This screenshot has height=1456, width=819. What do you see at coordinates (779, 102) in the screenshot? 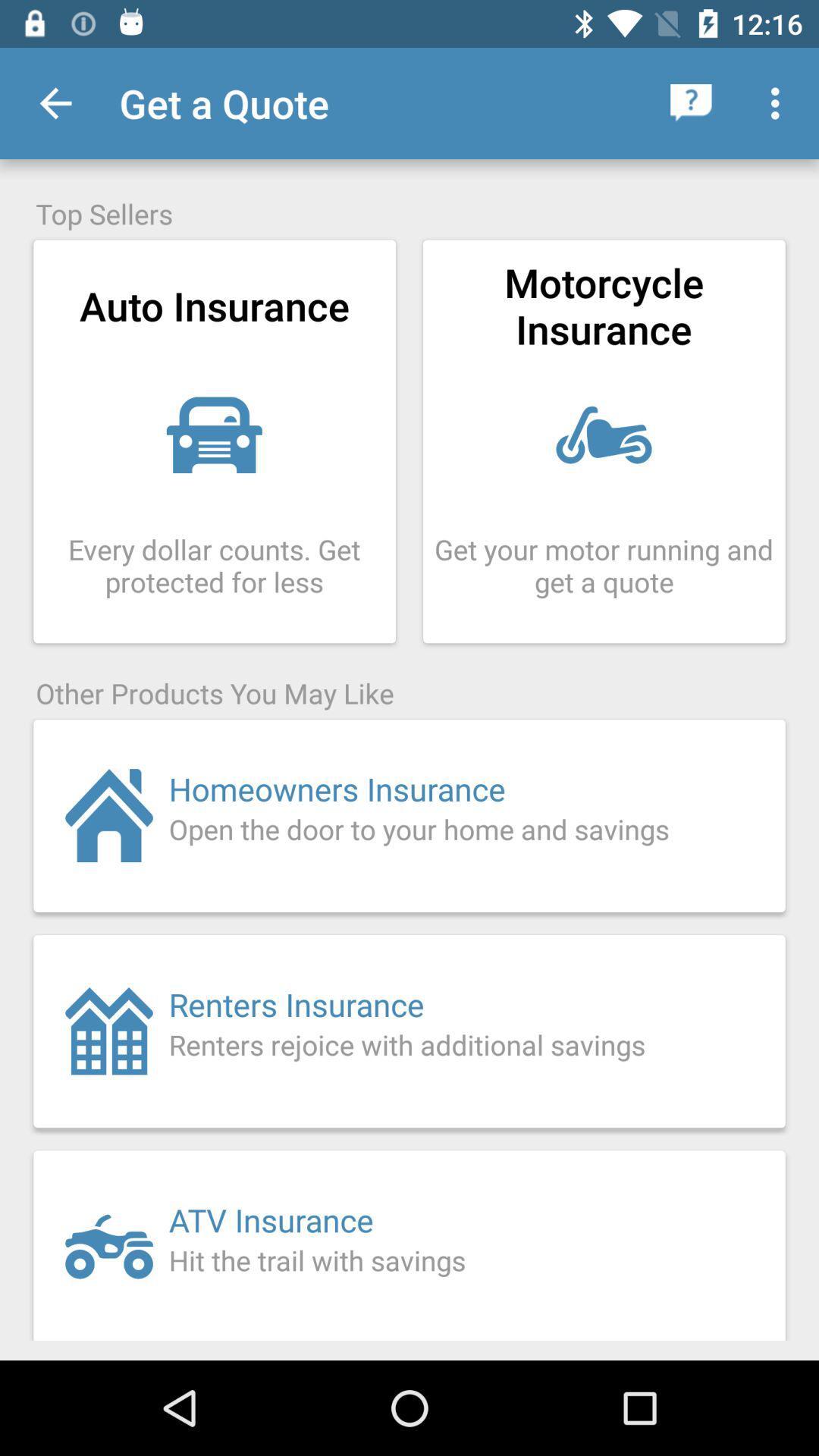
I see `item above the top sellers icon` at bounding box center [779, 102].